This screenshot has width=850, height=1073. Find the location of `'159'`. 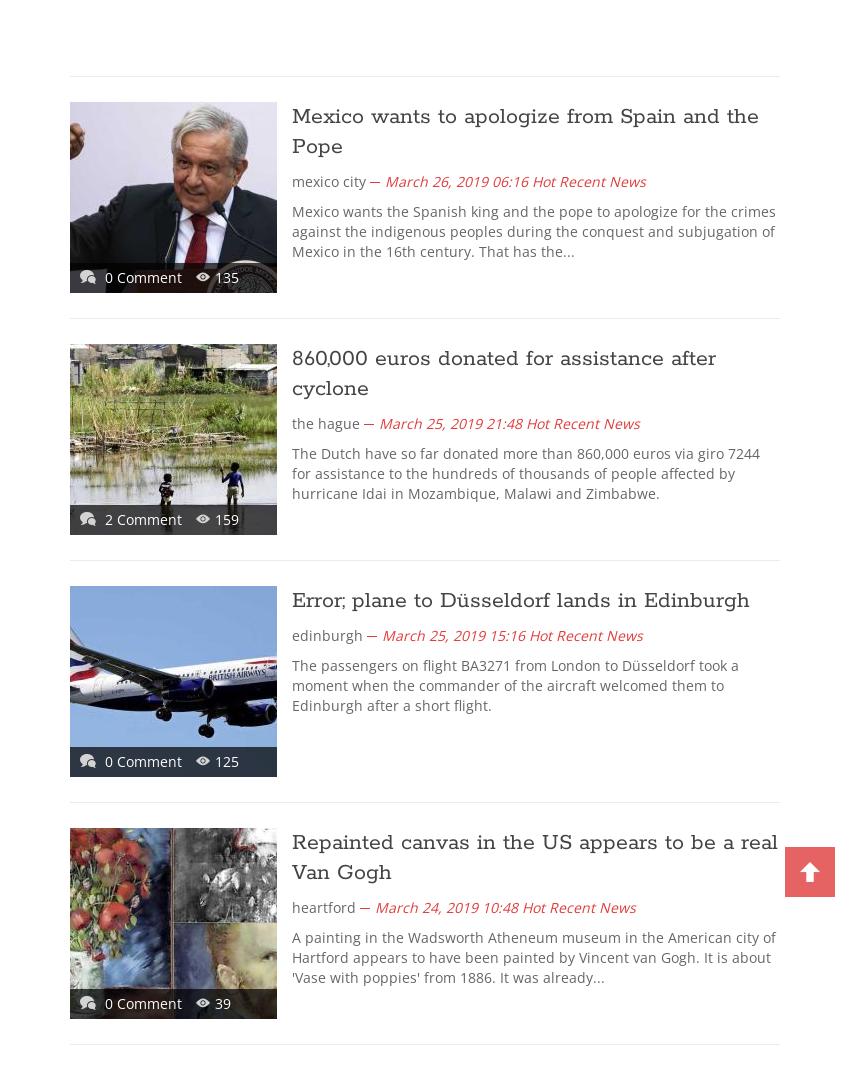

'159' is located at coordinates (214, 518).